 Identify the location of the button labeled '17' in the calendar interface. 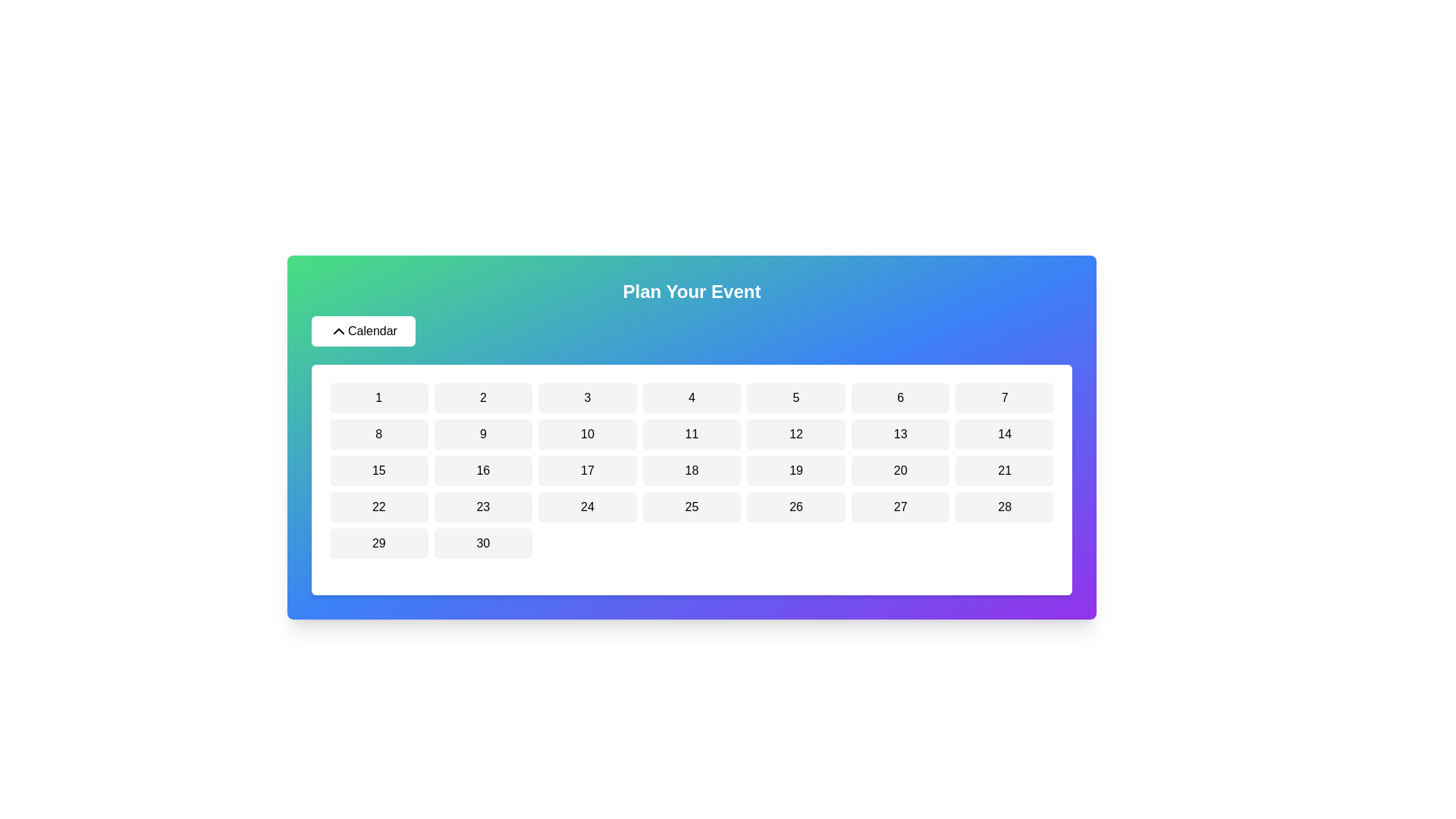
(586, 470).